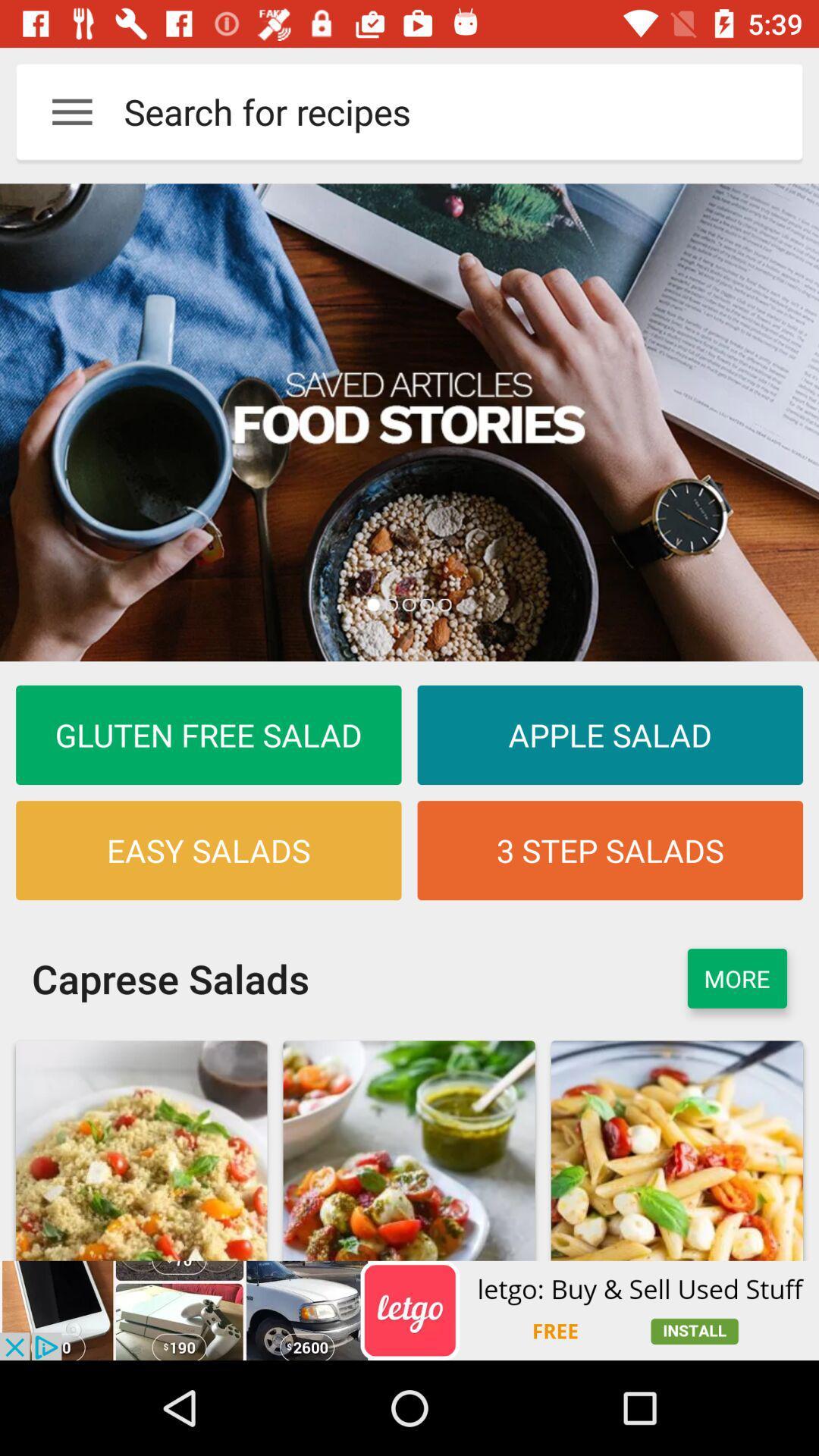 The width and height of the screenshot is (819, 1456). Describe the element at coordinates (409, 1310) in the screenshot. I see `click advertisements` at that location.